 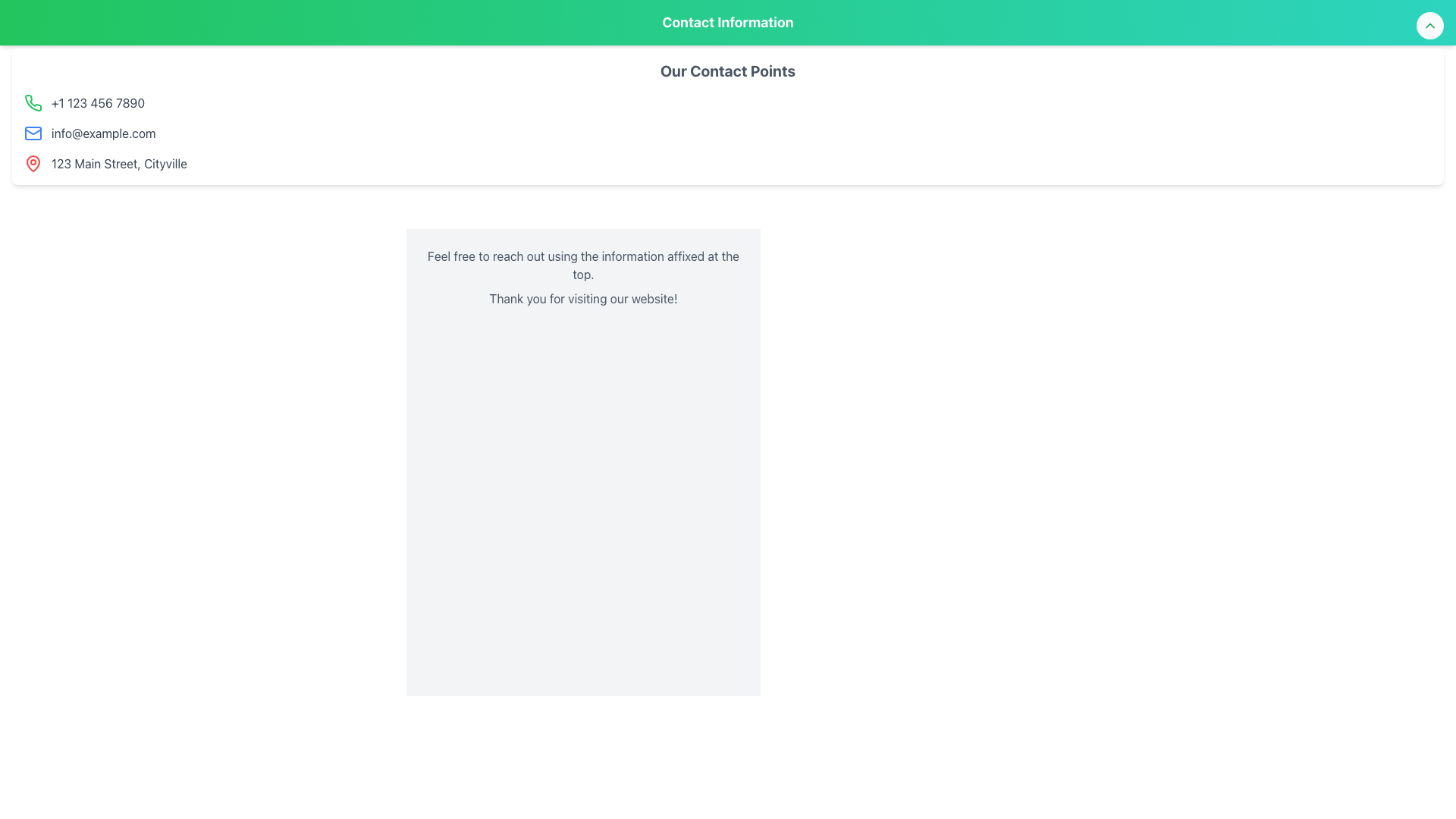 I want to click on the address text displayed in the contact section, located after the telephone number and email address, next to a red map pin icon, so click(x=118, y=164).